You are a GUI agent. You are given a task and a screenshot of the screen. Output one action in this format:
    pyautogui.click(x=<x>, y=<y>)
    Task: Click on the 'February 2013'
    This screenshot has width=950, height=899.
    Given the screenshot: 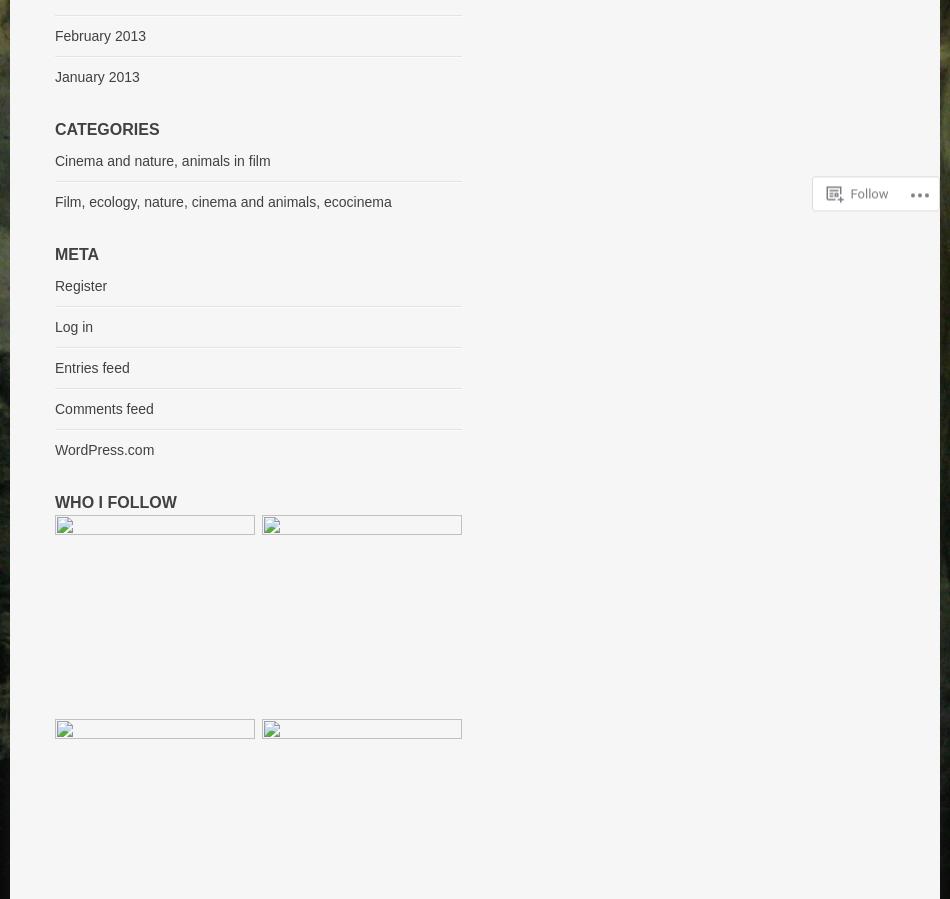 What is the action you would take?
    pyautogui.click(x=55, y=34)
    